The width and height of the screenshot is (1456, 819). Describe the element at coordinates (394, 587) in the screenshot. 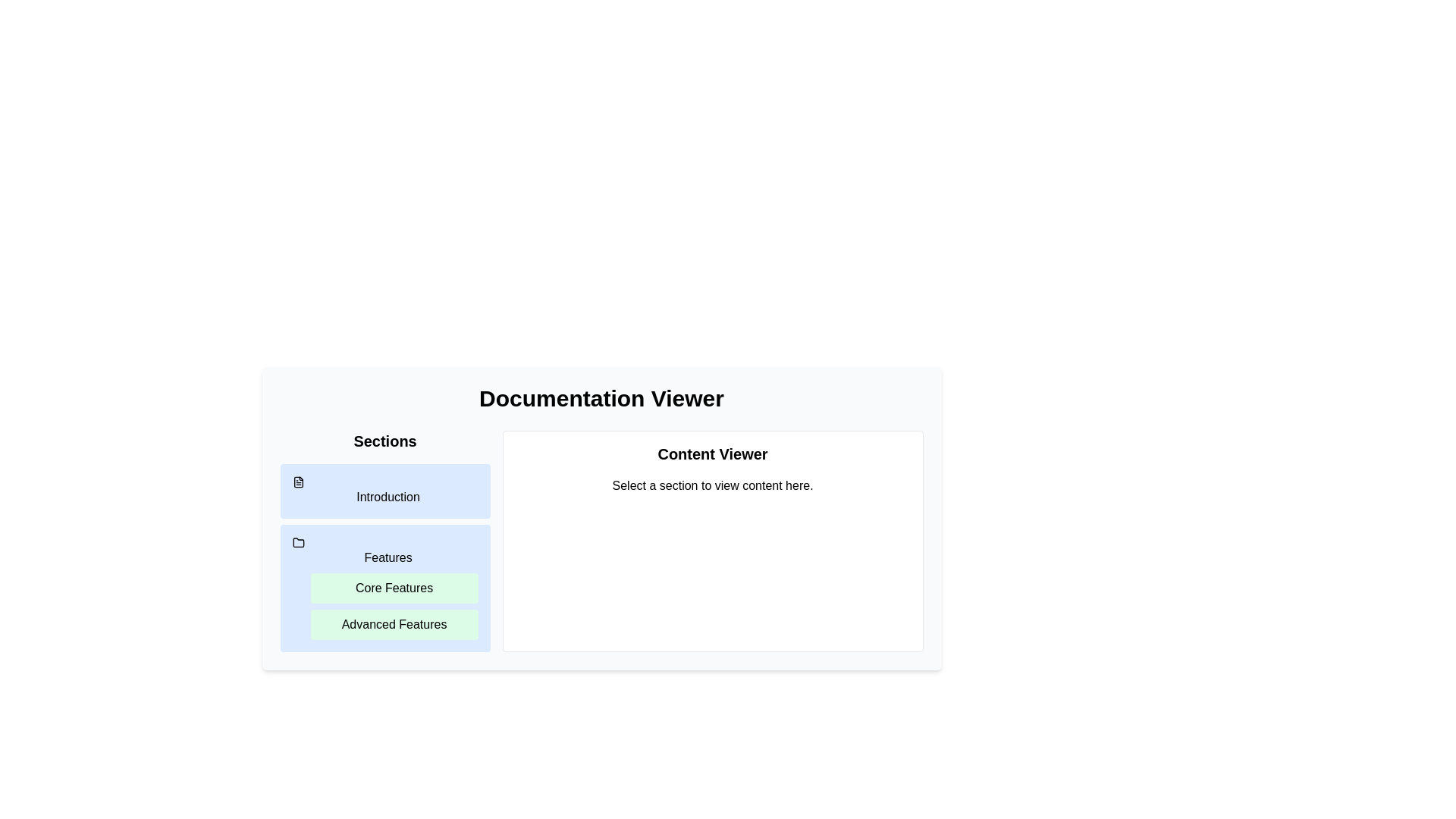

I see `the 'Core Features' navigation button in the left-hand sidebar` at that location.